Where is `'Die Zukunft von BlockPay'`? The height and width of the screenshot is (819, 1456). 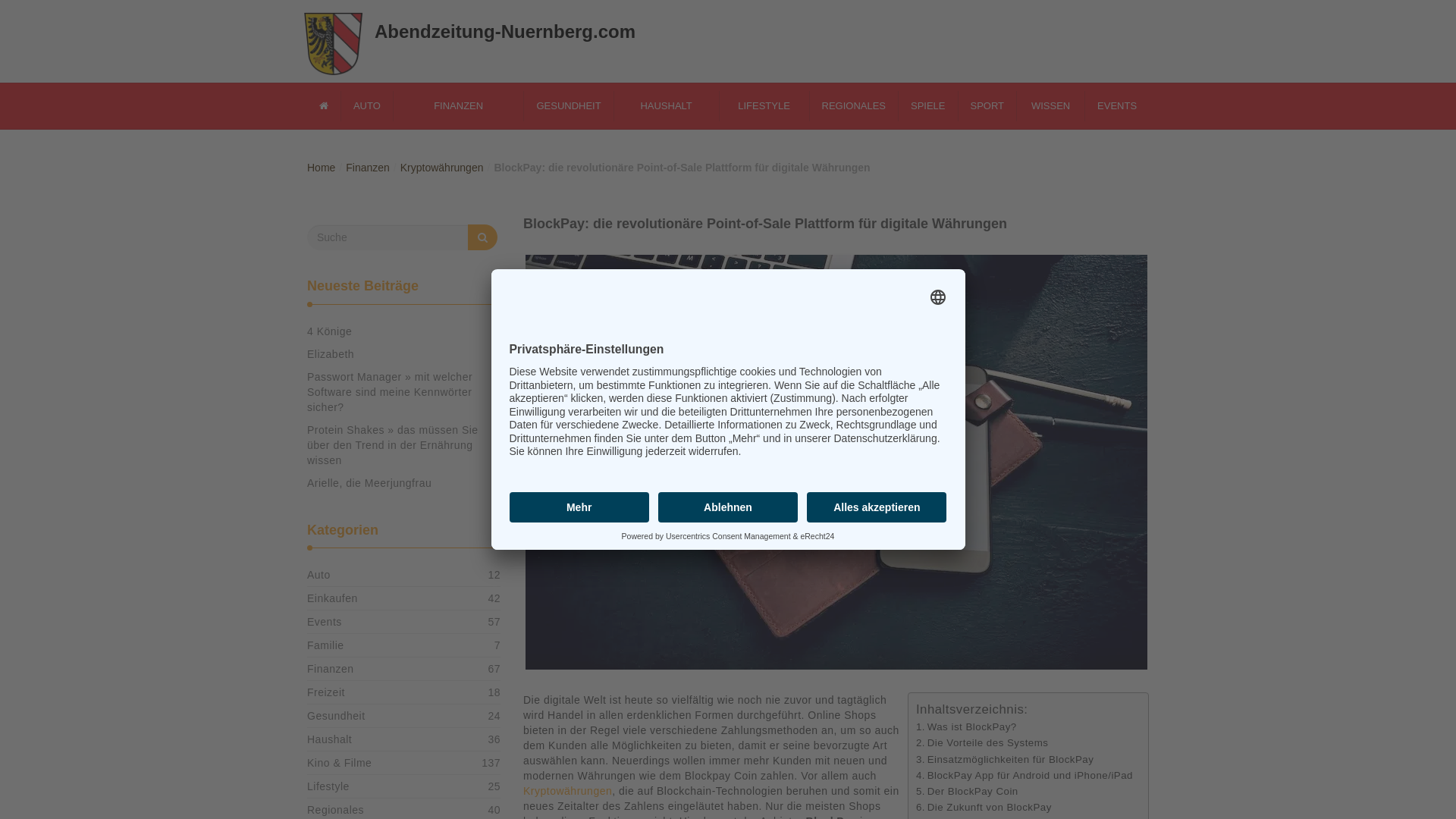
'Die Zukunft von BlockPay' is located at coordinates (977, 806).